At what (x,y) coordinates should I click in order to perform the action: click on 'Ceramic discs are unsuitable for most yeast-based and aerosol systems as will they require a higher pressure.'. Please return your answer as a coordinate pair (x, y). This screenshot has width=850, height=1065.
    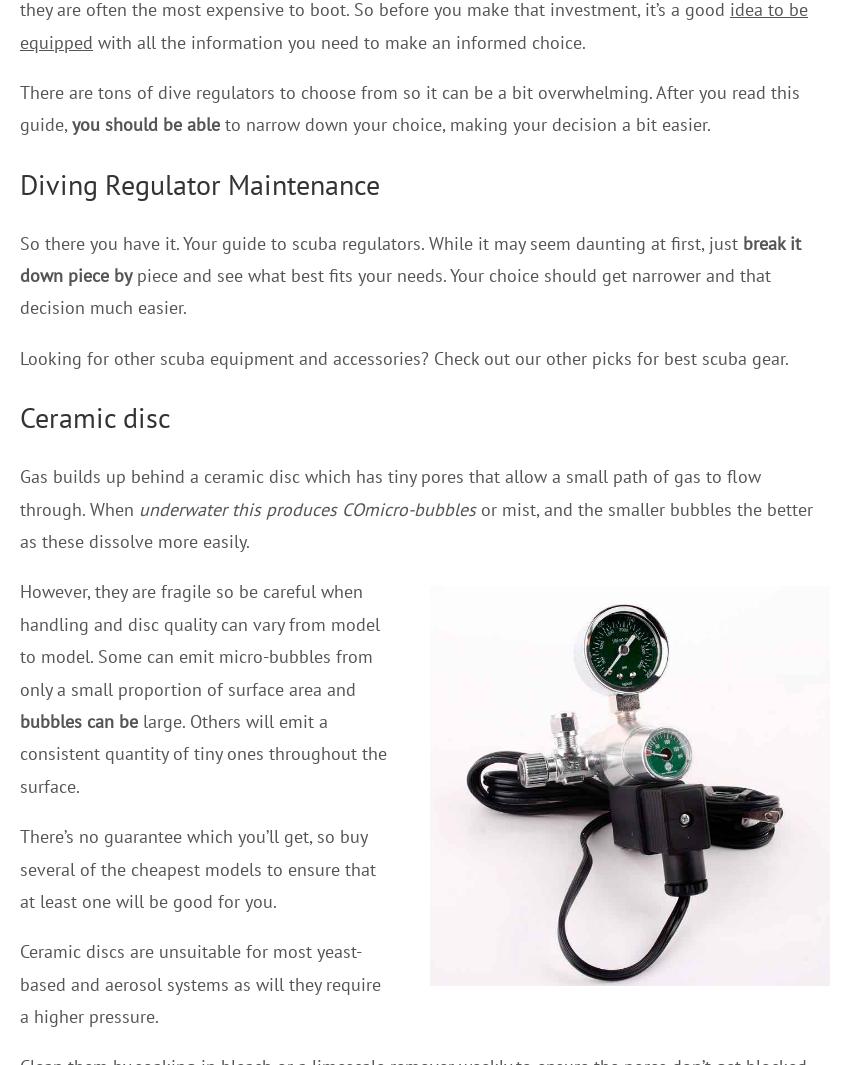
    Looking at the image, I should click on (199, 983).